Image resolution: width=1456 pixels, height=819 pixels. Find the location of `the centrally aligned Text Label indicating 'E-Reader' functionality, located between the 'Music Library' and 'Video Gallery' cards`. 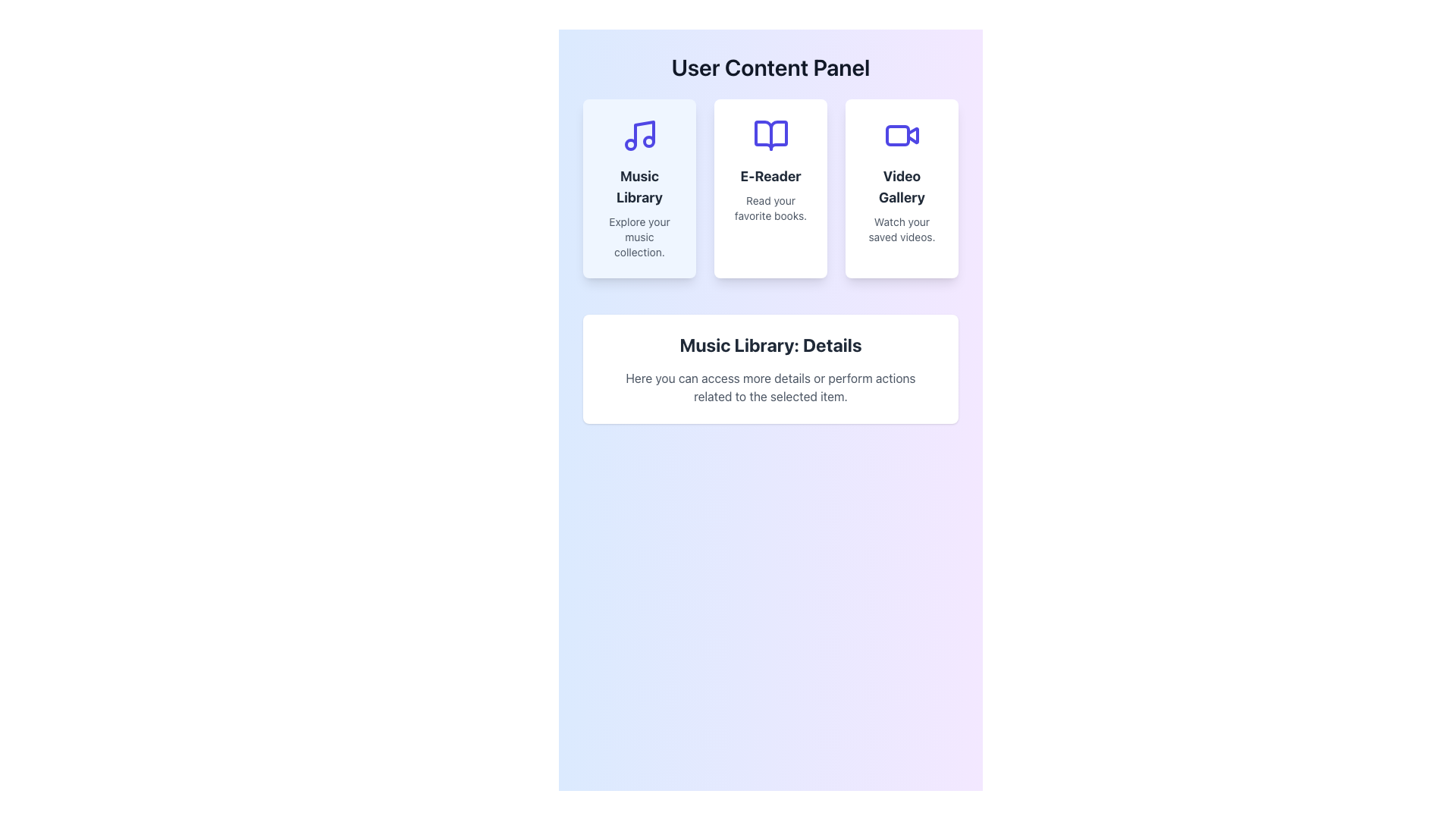

the centrally aligned Text Label indicating 'E-Reader' functionality, located between the 'Music Library' and 'Video Gallery' cards is located at coordinates (770, 175).